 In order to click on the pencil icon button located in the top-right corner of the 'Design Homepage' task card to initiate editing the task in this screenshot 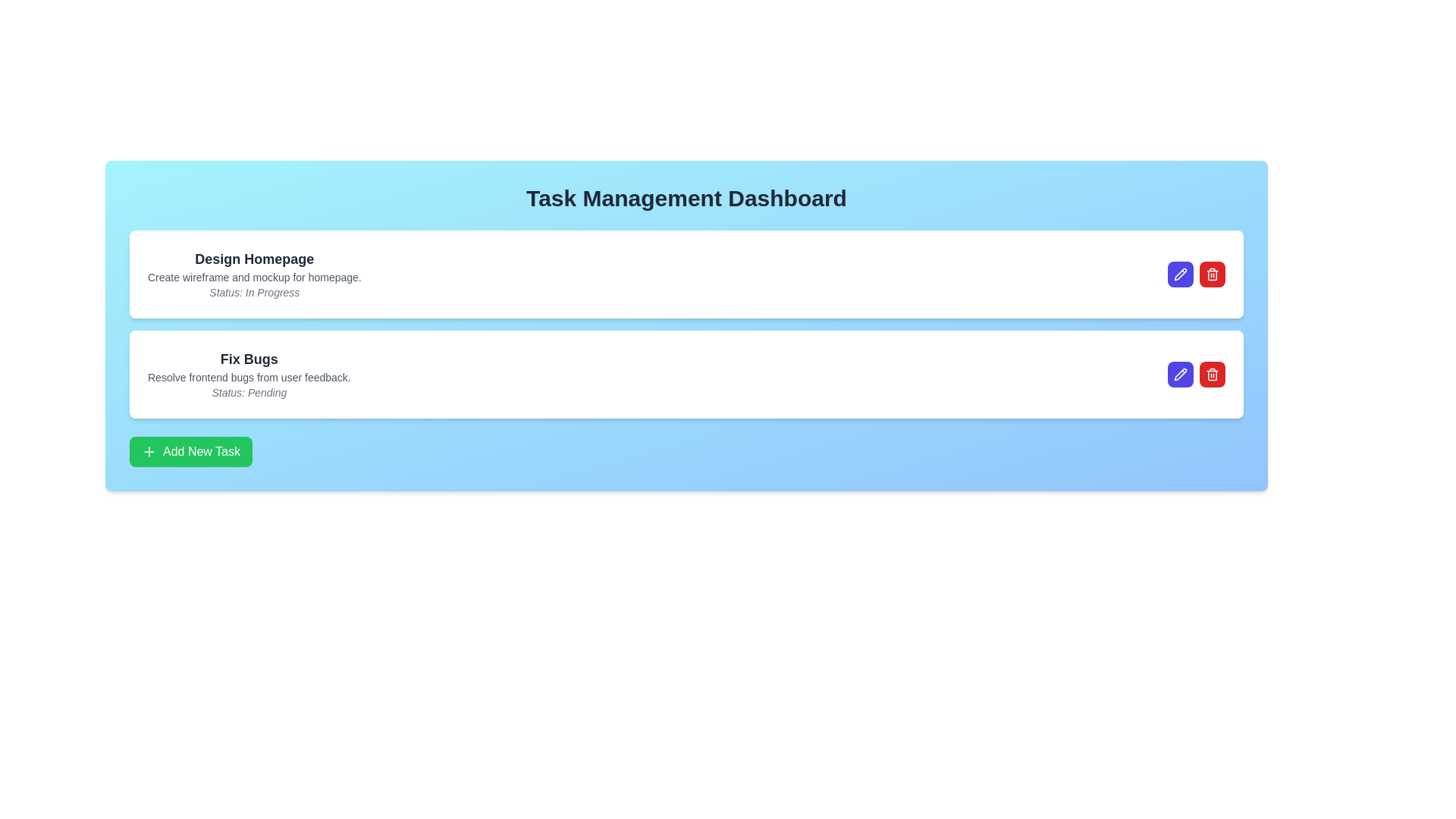, I will do `click(1179, 275)`.